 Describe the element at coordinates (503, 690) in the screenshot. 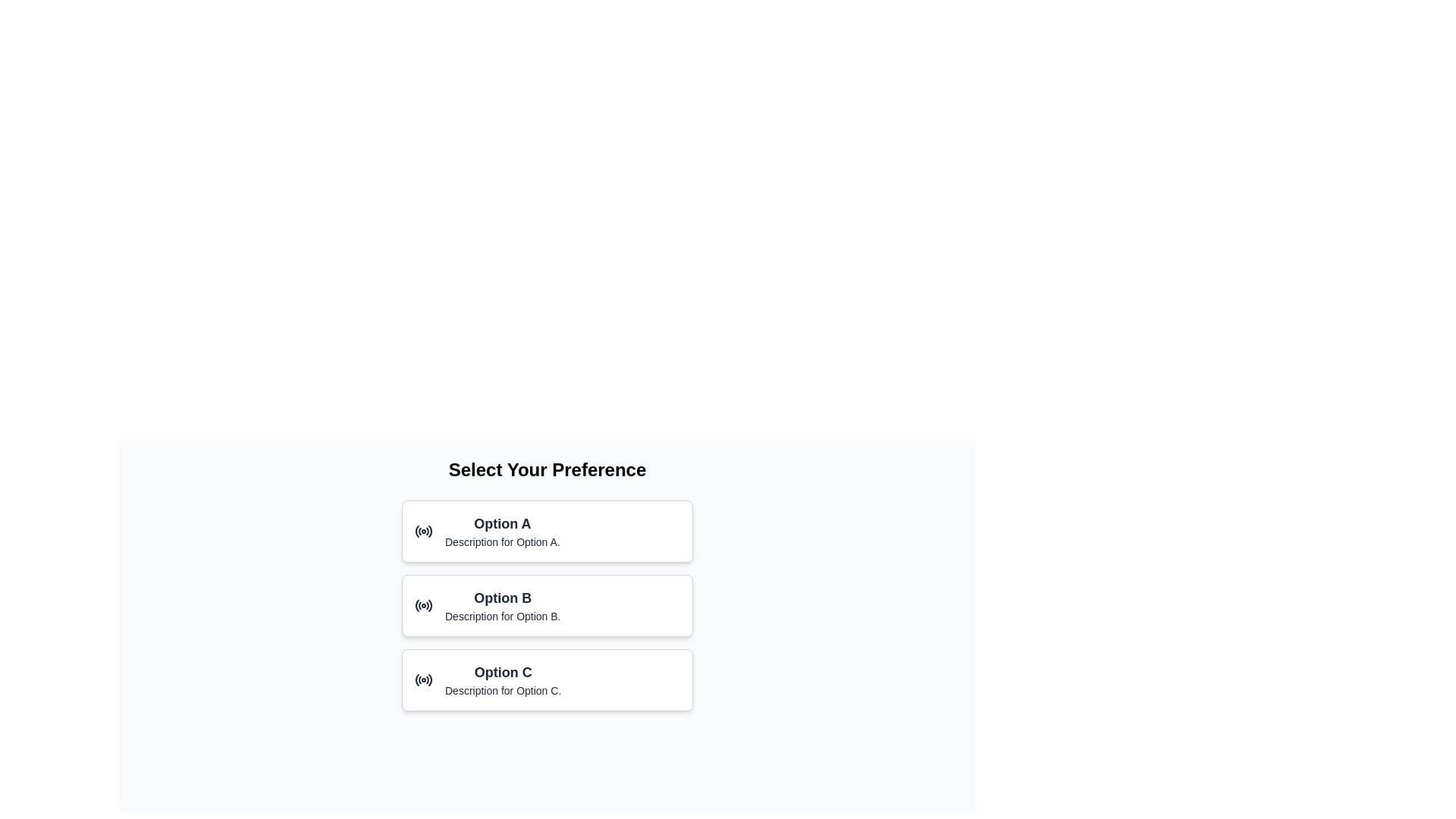

I see `the static text element that provides descriptive information for 'Option C', located beneath the 'Option C' heading in the third option block` at that location.